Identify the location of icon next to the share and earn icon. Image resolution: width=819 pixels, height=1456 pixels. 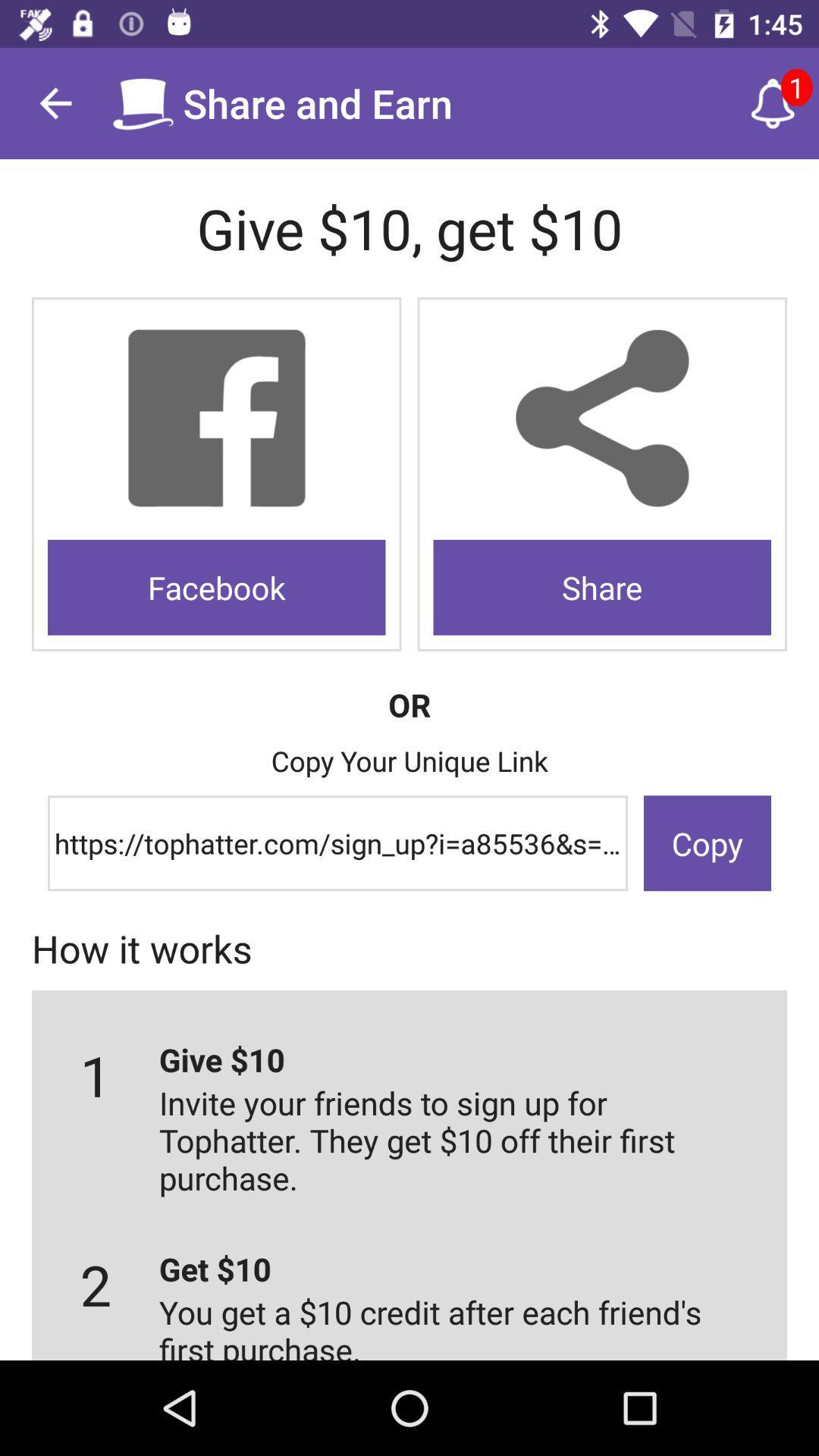
(773, 102).